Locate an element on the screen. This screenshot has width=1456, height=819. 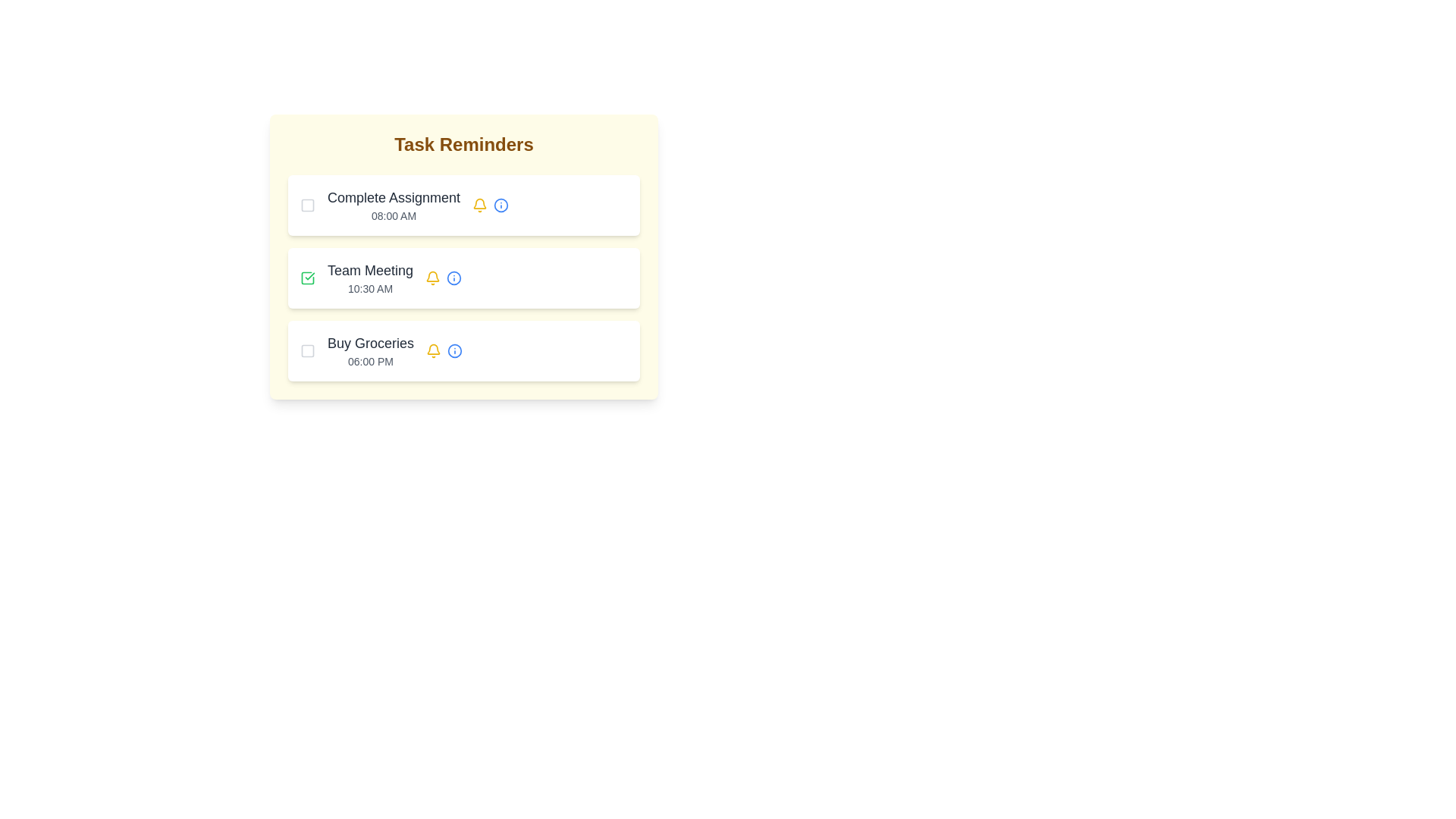
the bell icon is located at coordinates (432, 278).